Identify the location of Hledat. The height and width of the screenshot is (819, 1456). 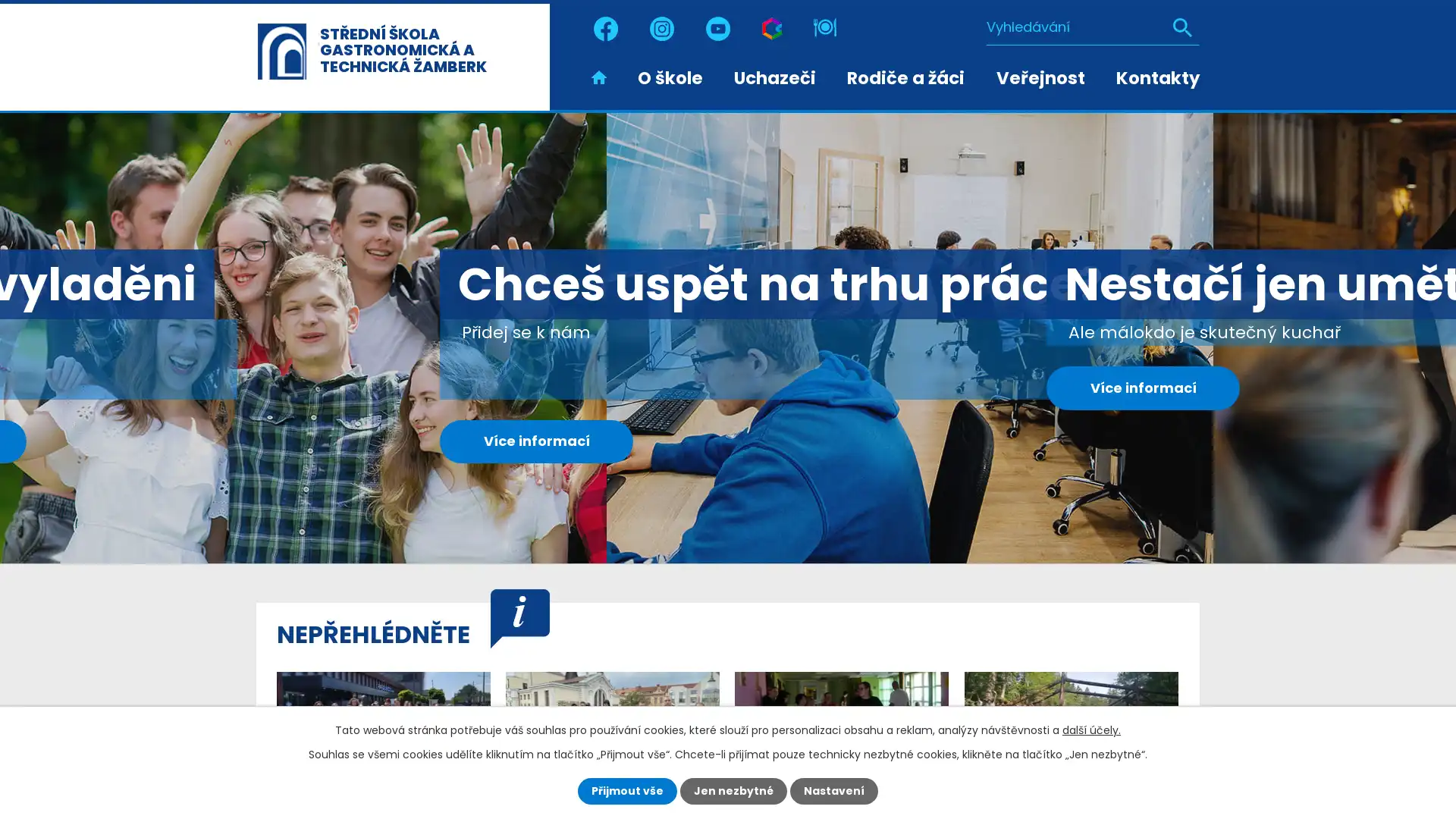
(1181, 27).